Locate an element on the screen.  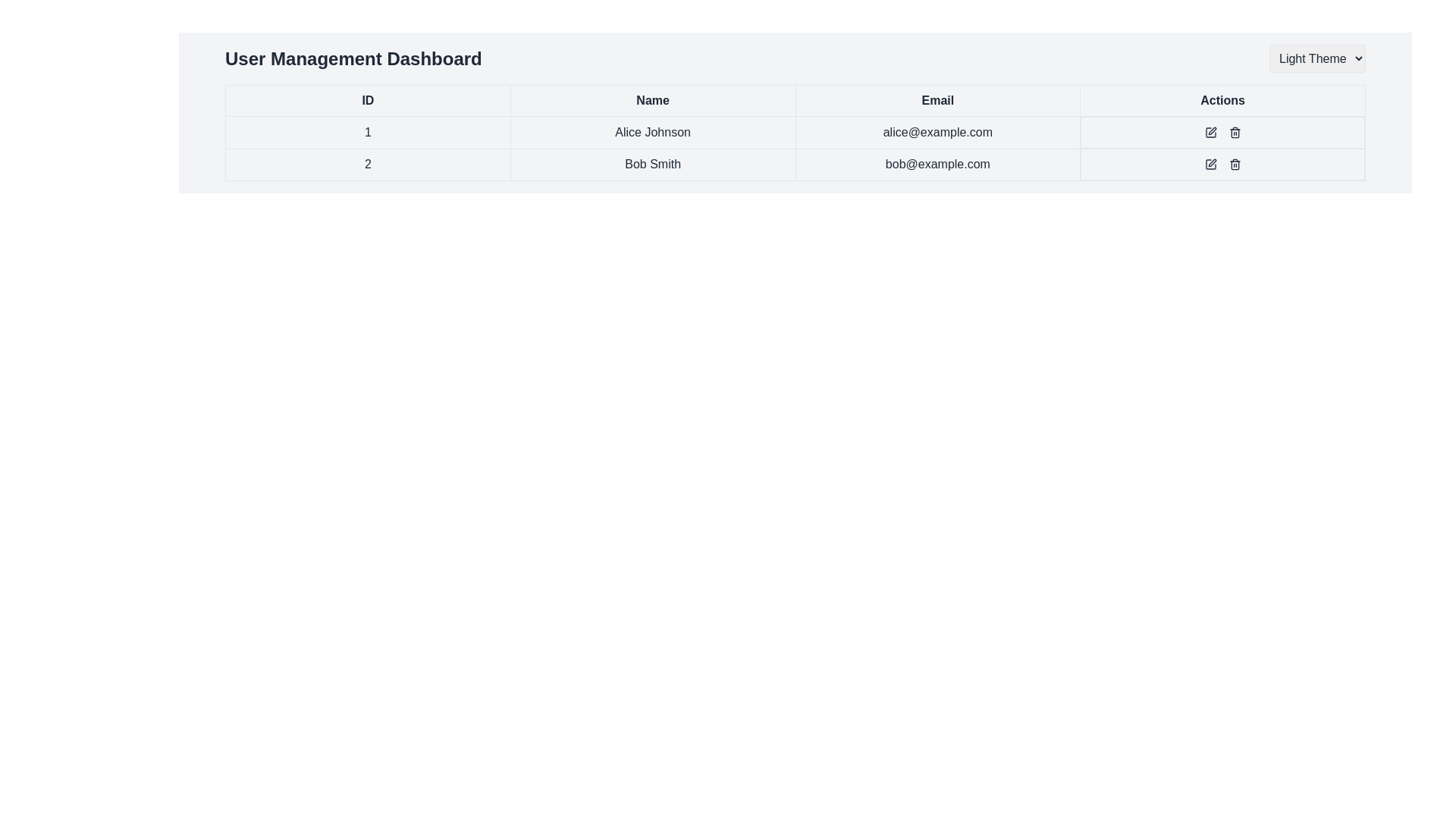
the 'edit' button in the 'Actions' column of the second row, adjacent to the email 'bob@example.com' is located at coordinates (1210, 164).